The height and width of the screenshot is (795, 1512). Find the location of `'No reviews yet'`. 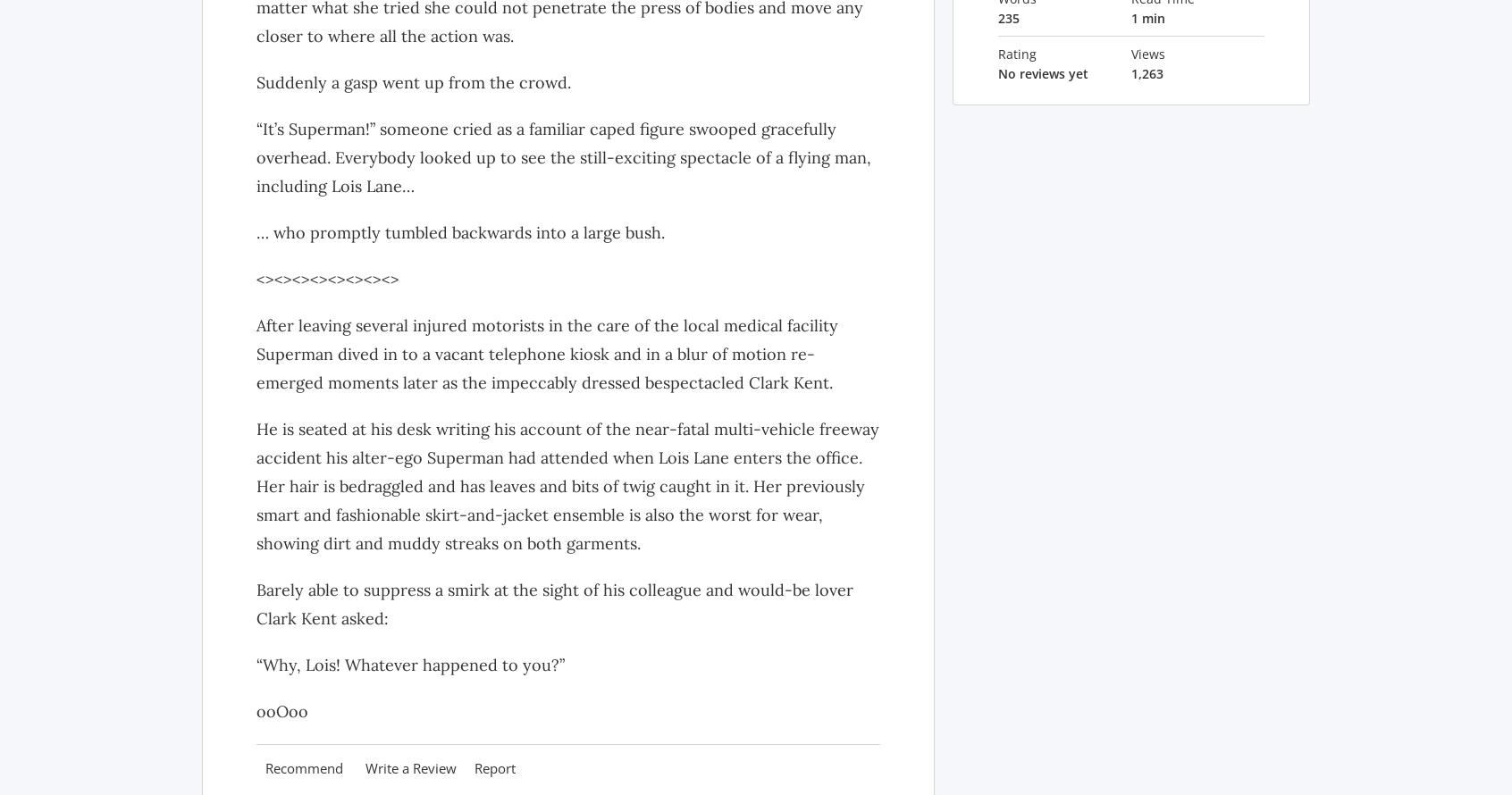

'No reviews yet' is located at coordinates (1041, 72).